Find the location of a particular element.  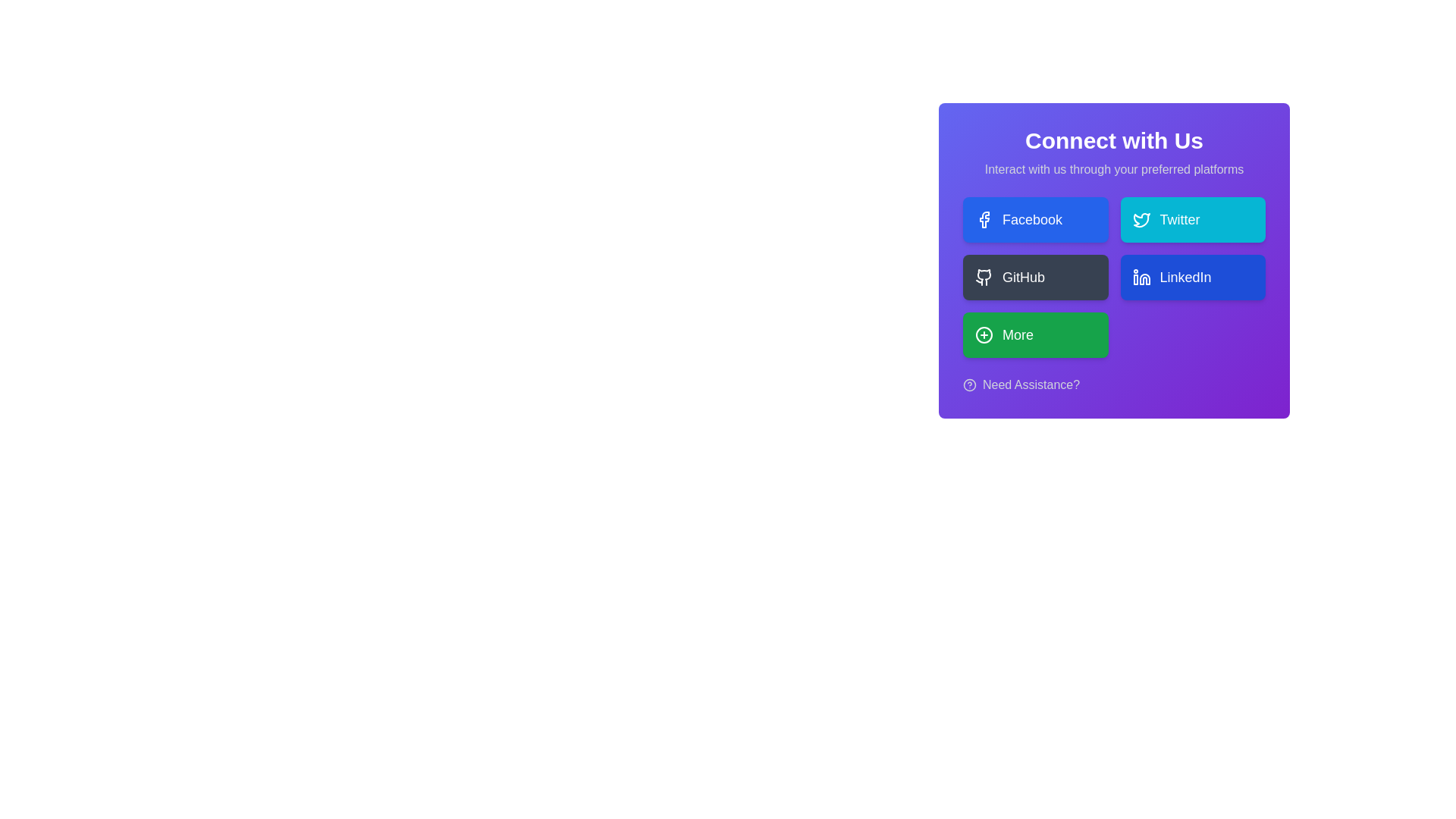

the 'GitHub' text label, which is displayed in white on a dark gray button-like structure with rounded corners, located in the 'Connect with Us' section is located at coordinates (1023, 278).